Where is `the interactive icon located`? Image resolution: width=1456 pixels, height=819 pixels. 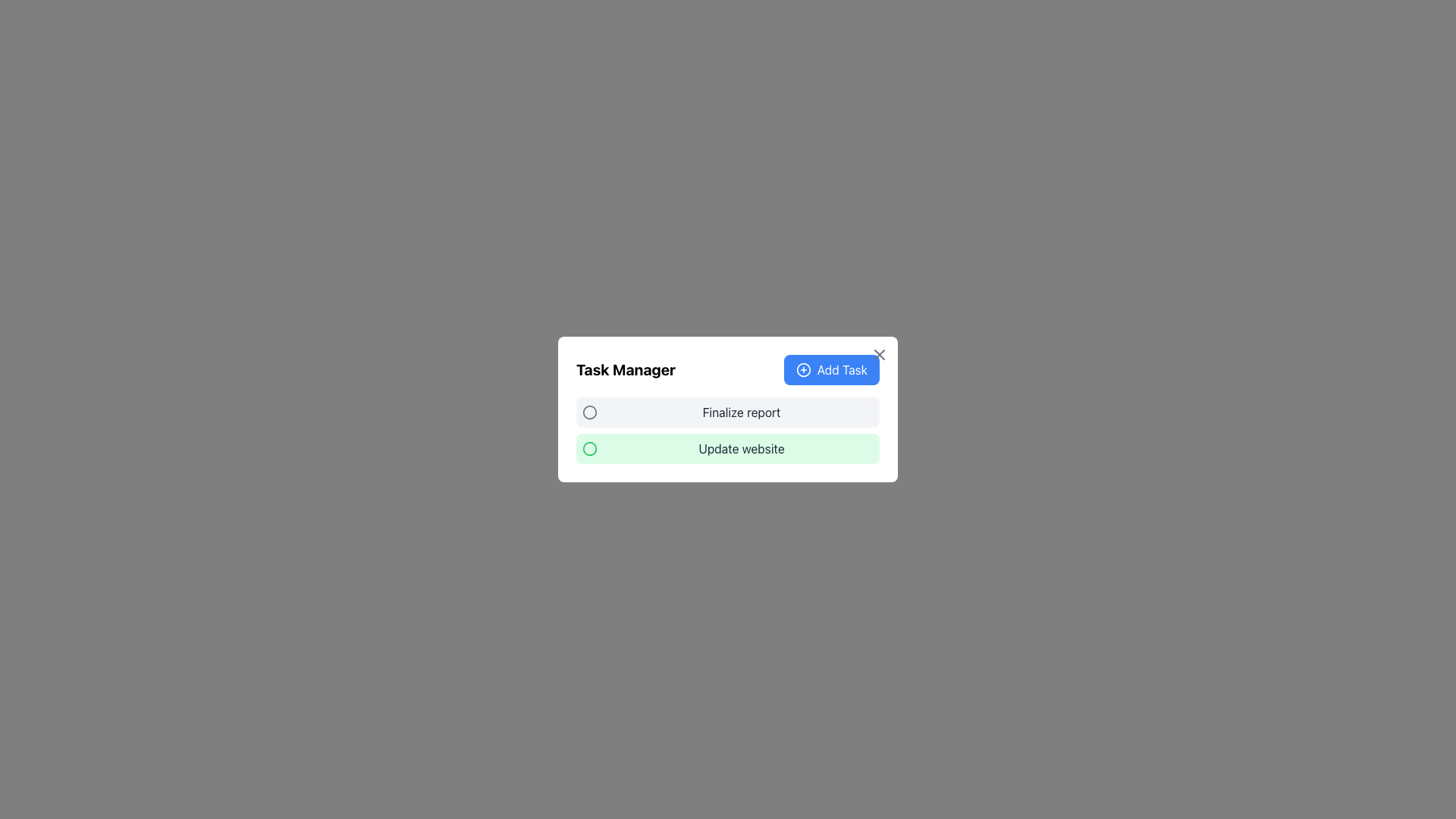
the interactive icon located is located at coordinates (588, 412).